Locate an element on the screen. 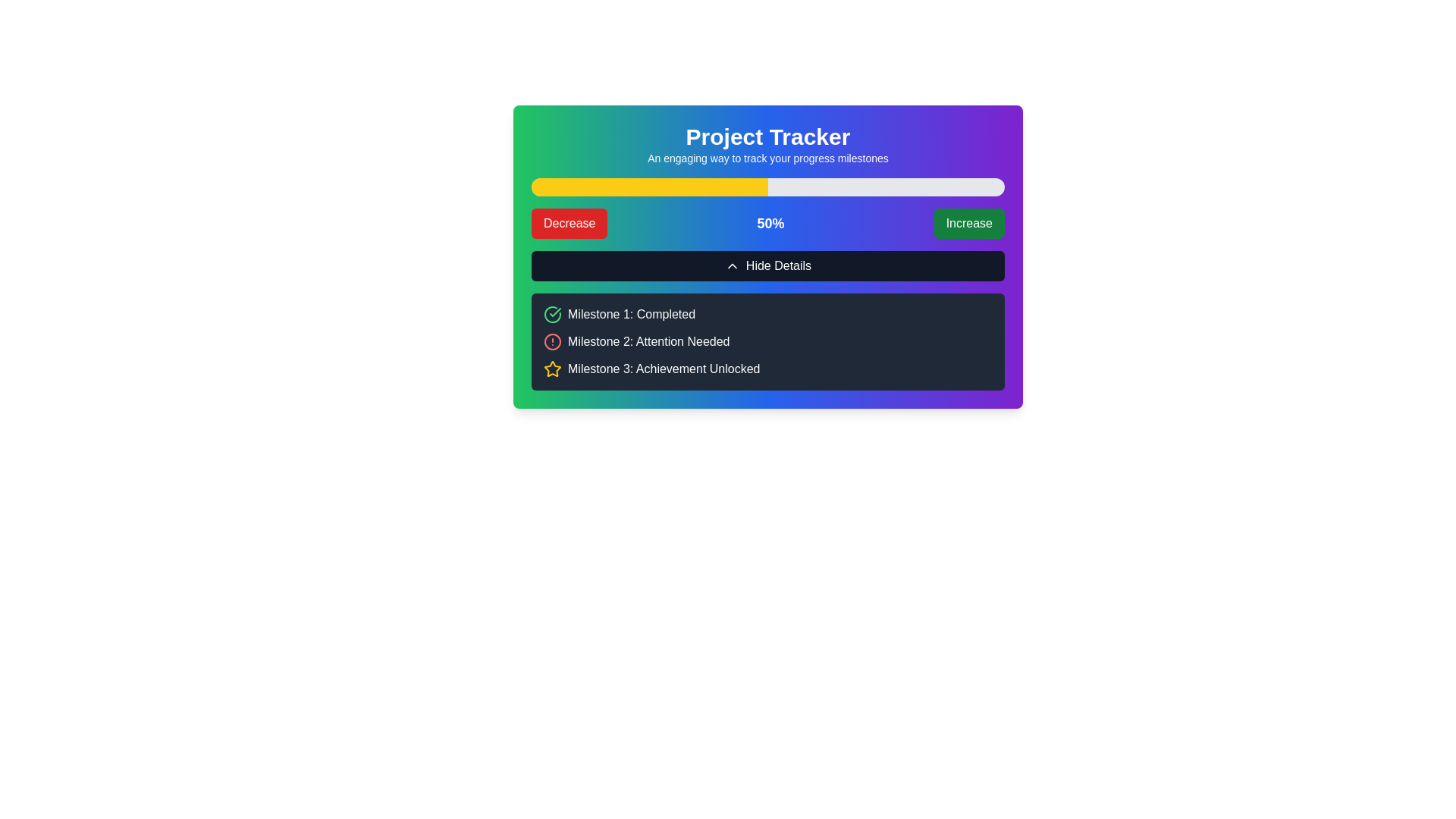 Image resolution: width=1456 pixels, height=819 pixels. the 'Hide Details' button, which is a horizontally-oriented button with a dark rectangle background and white text is located at coordinates (767, 265).